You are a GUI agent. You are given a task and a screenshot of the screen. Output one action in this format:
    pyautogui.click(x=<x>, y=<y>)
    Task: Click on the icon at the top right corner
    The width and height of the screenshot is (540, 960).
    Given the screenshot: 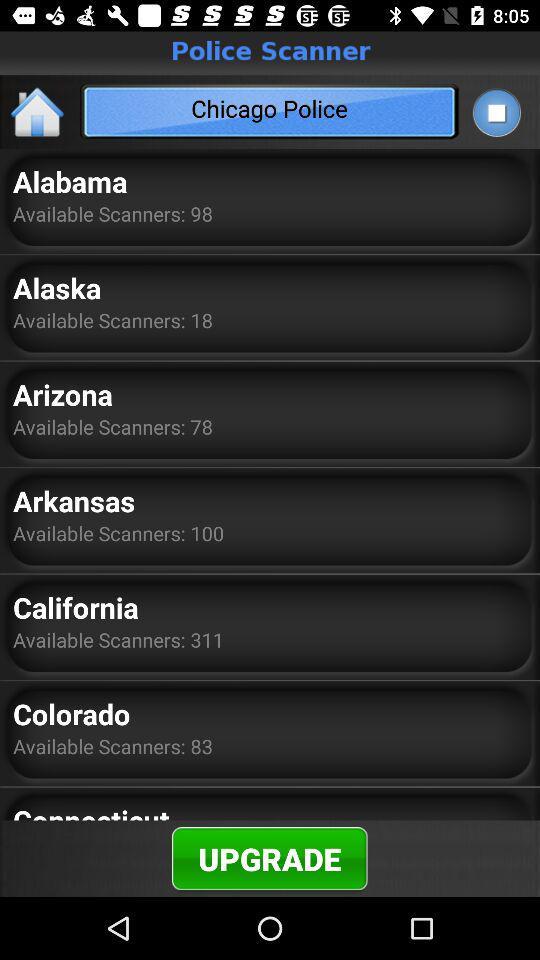 What is the action you would take?
    pyautogui.click(x=495, y=112)
    